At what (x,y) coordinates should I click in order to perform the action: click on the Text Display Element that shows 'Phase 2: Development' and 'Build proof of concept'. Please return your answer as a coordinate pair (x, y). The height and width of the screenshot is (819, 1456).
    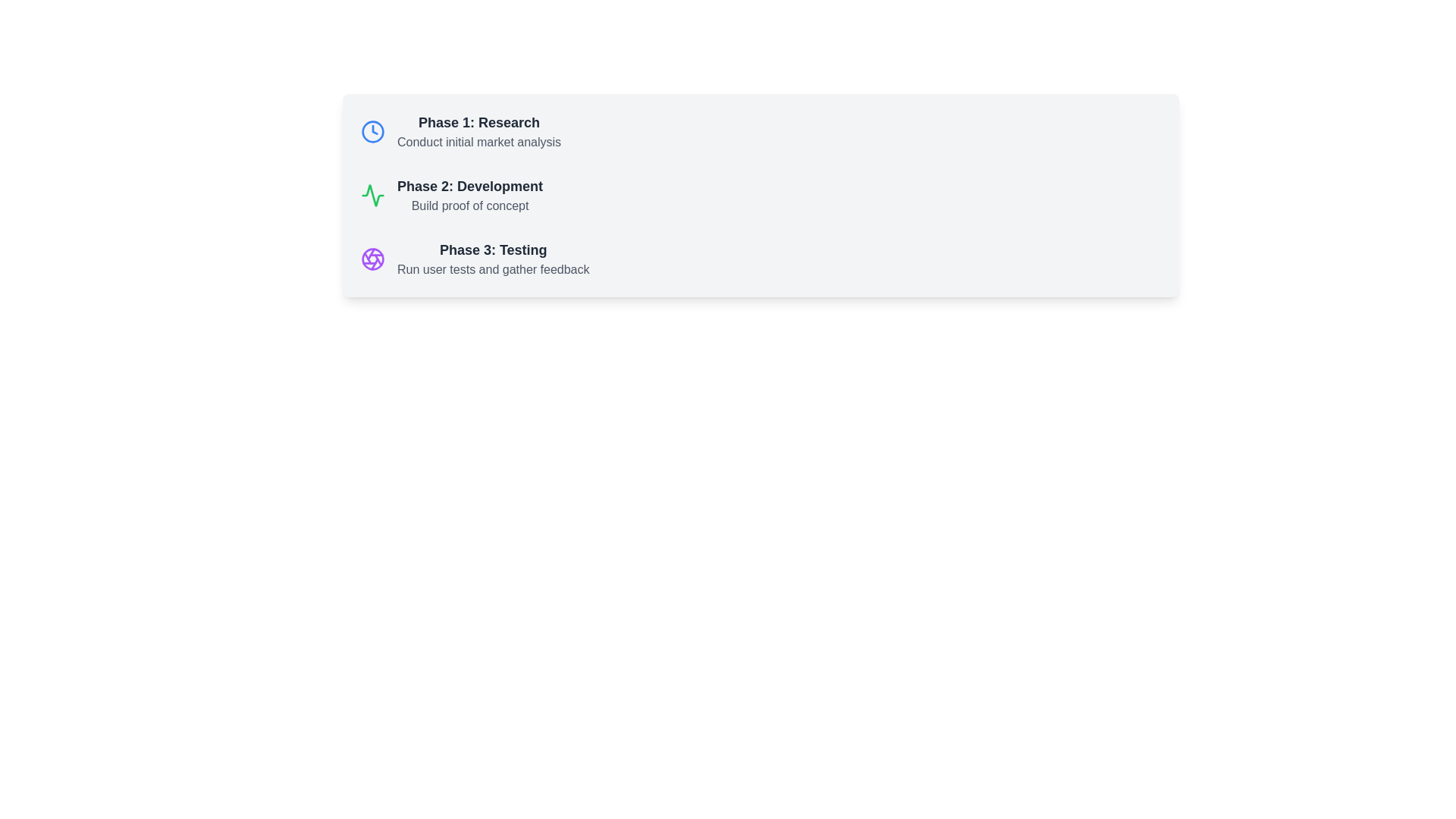
    Looking at the image, I should click on (469, 195).